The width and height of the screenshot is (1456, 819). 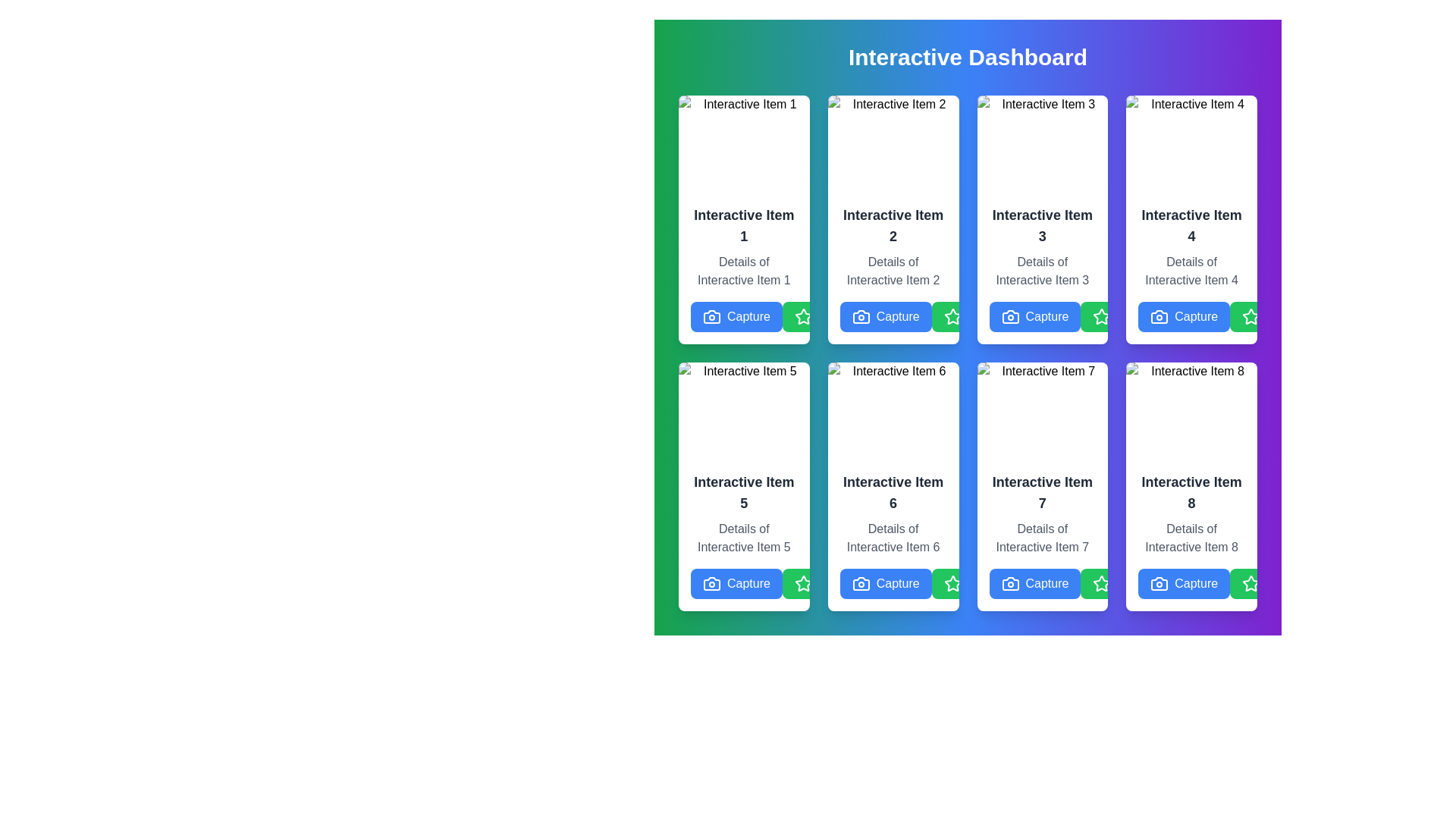 What do you see at coordinates (1041, 411) in the screenshot?
I see `the image element displaying 'Item 7', which is part of the card labeled 'Interactive Item 7' located in the second row, third column of the grid layout` at bounding box center [1041, 411].